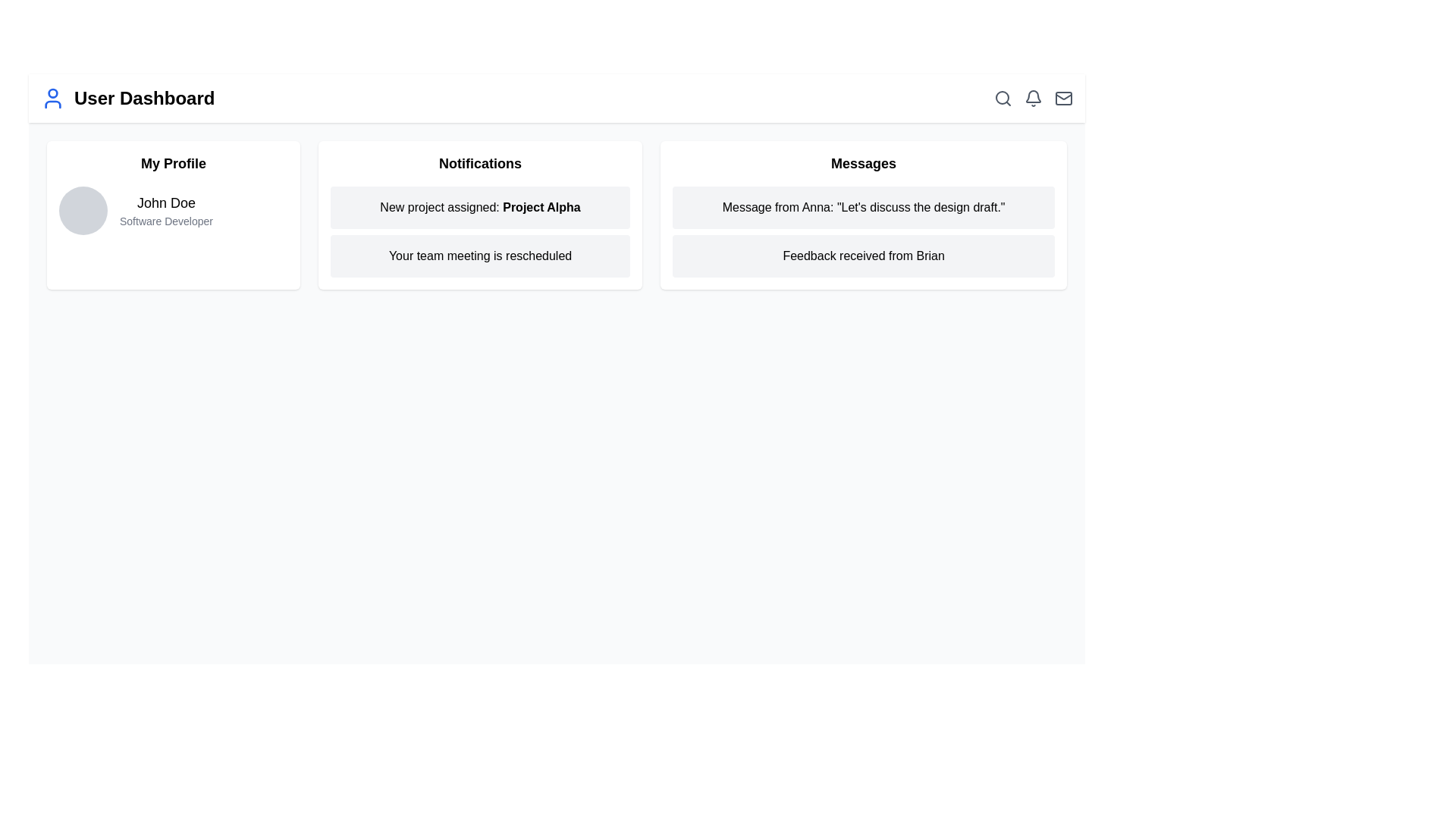 This screenshot has width=1456, height=819. Describe the element at coordinates (1003, 99) in the screenshot. I see `the search icon button, which resembles a magnifying glass, located in the top right corner of the interface, adjacent to the bell icon` at that location.